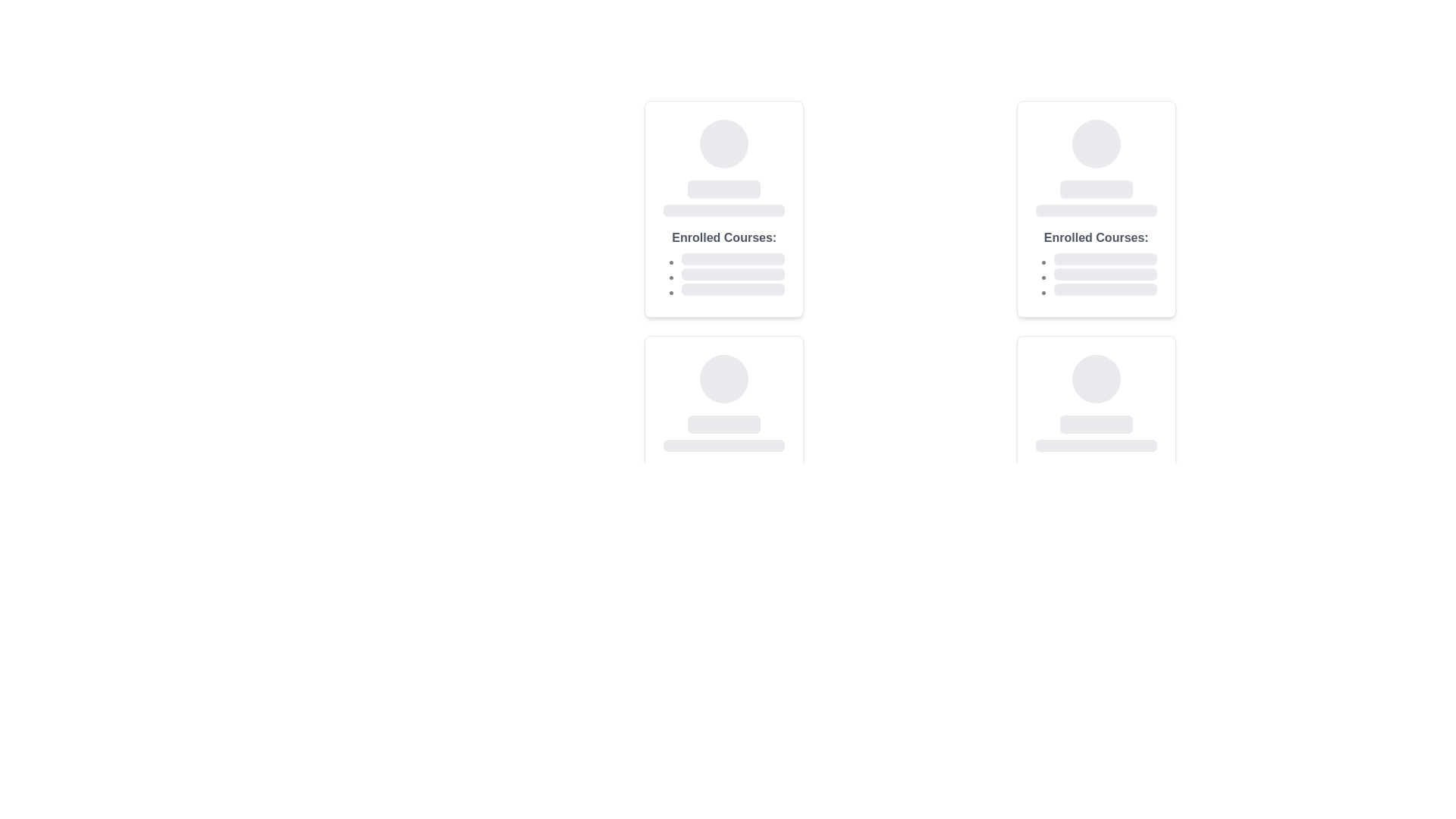 The width and height of the screenshot is (1456, 819). What do you see at coordinates (1096, 189) in the screenshot?
I see `the gray rectangular Visual Placeholder with rounded corners located in the upper right section of the interface` at bounding box center [1096, 189].